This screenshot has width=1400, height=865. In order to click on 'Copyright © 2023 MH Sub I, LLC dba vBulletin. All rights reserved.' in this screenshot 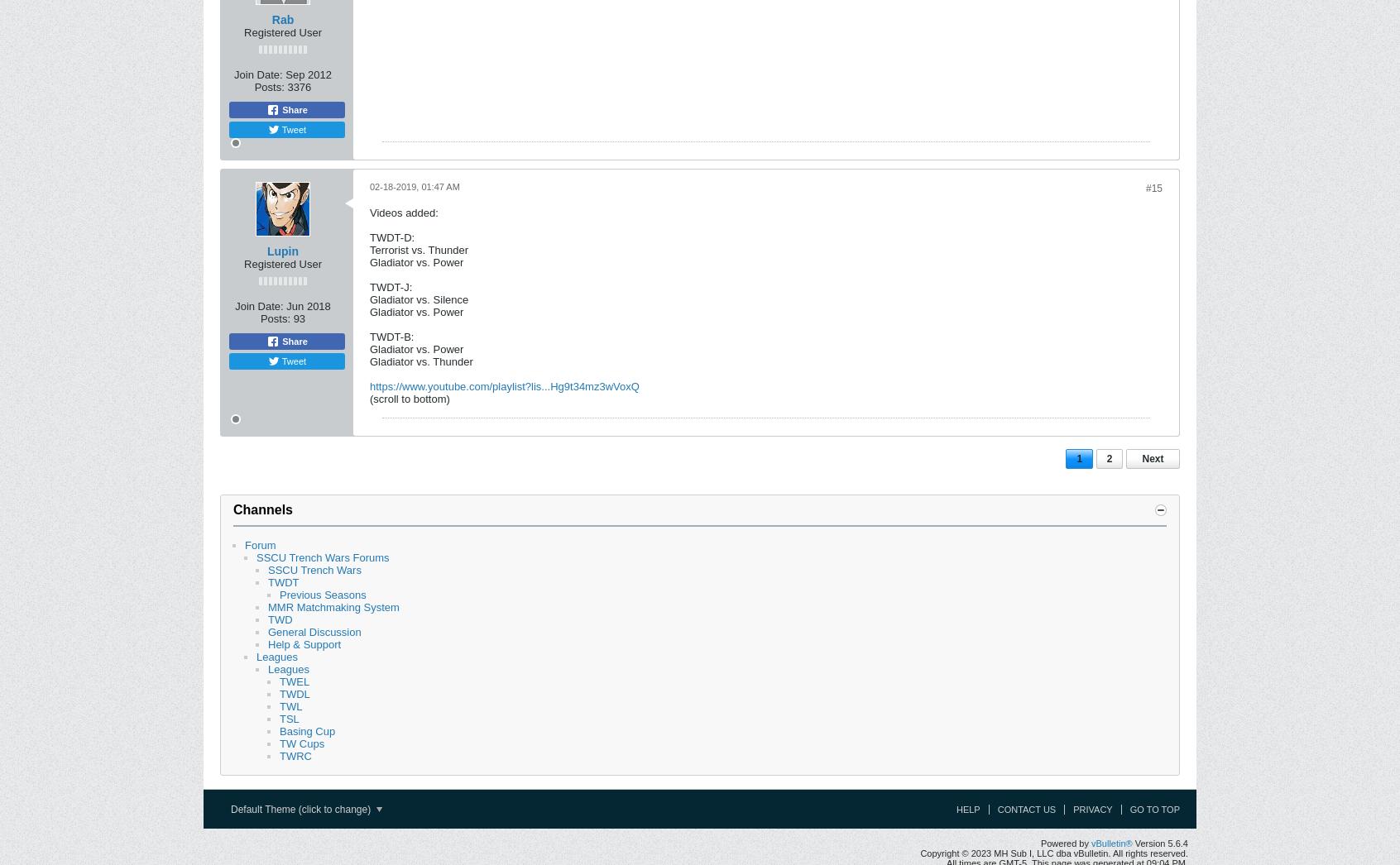, I will do `click(1053, 853)`.